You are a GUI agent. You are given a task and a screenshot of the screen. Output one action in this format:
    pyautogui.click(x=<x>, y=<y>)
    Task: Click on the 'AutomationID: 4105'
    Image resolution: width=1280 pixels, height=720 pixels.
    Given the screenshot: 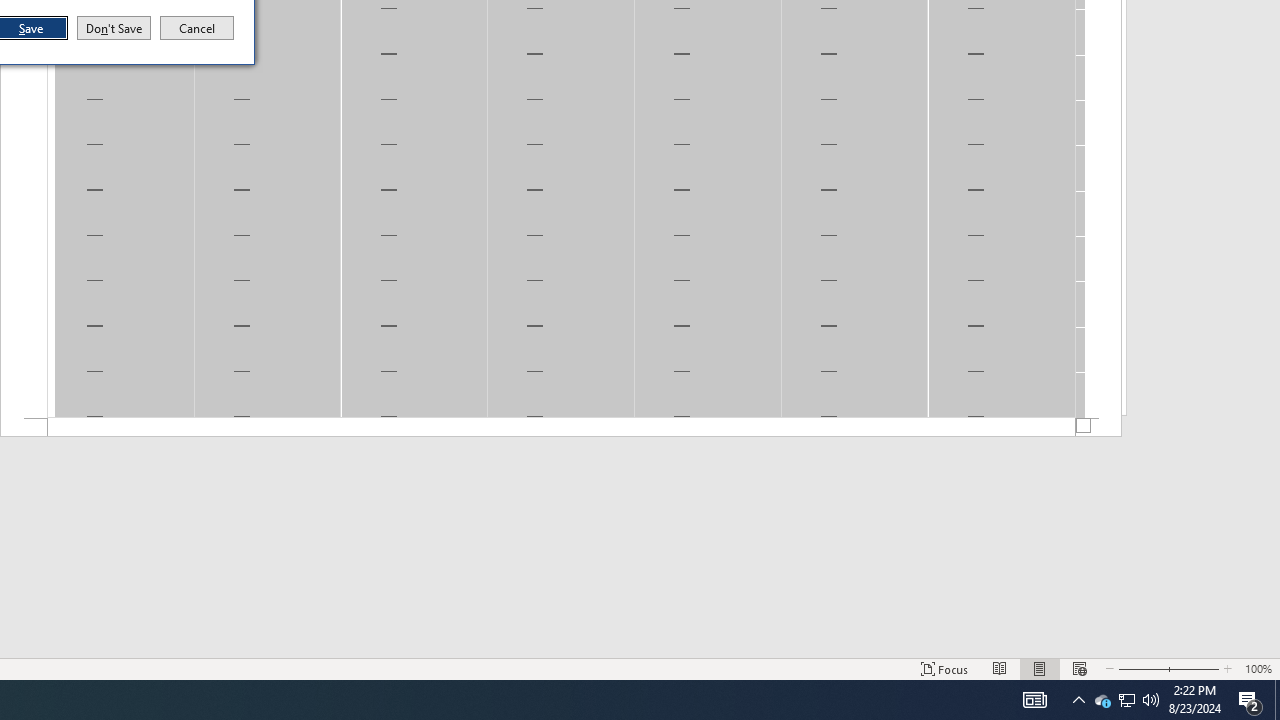 What is the action you would take?
    pyautogui.click(x=1034, y=698)
    